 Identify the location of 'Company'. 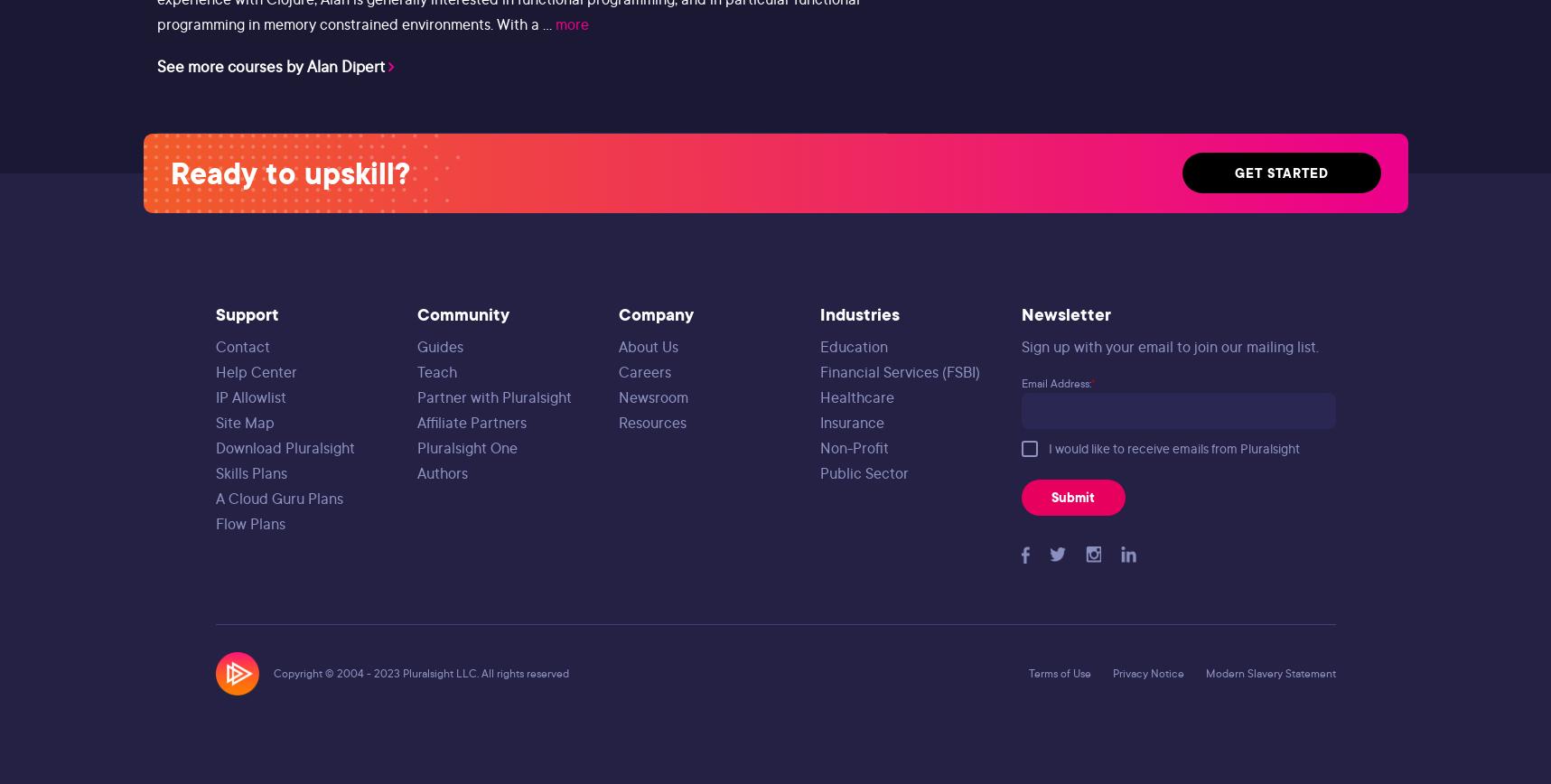
(655, 313).